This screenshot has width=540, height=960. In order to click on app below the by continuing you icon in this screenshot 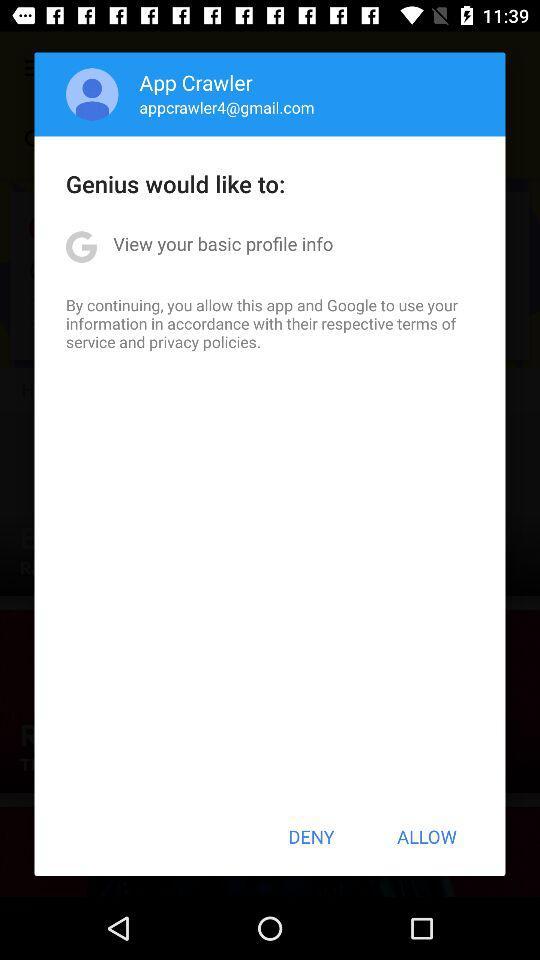, I will do `click(311, 836)`.